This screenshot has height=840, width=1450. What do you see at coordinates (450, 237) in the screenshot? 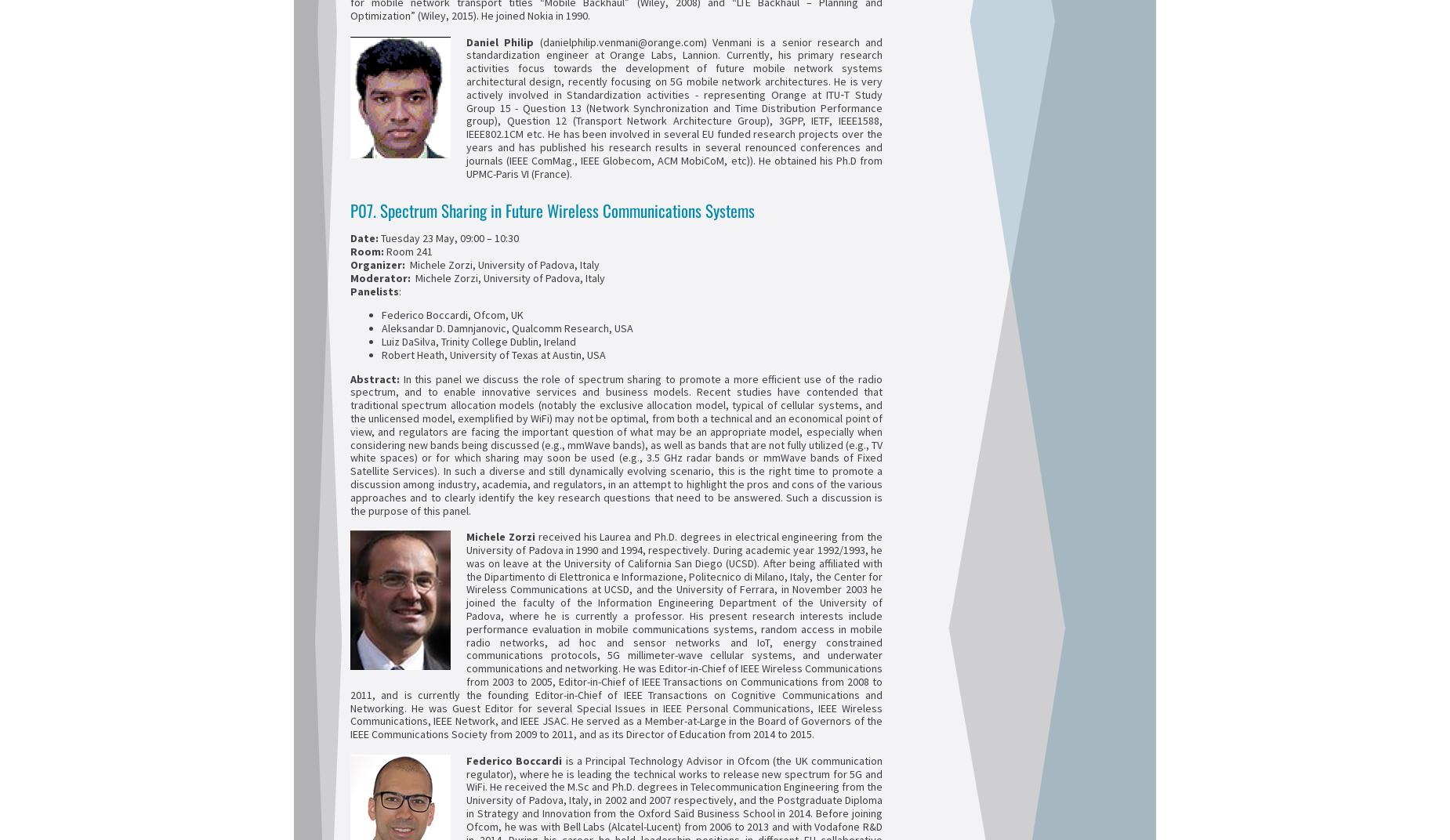
I see `'Tuesday 23 May, 09:00 – 10:30'` at bounding box center [450, 237].